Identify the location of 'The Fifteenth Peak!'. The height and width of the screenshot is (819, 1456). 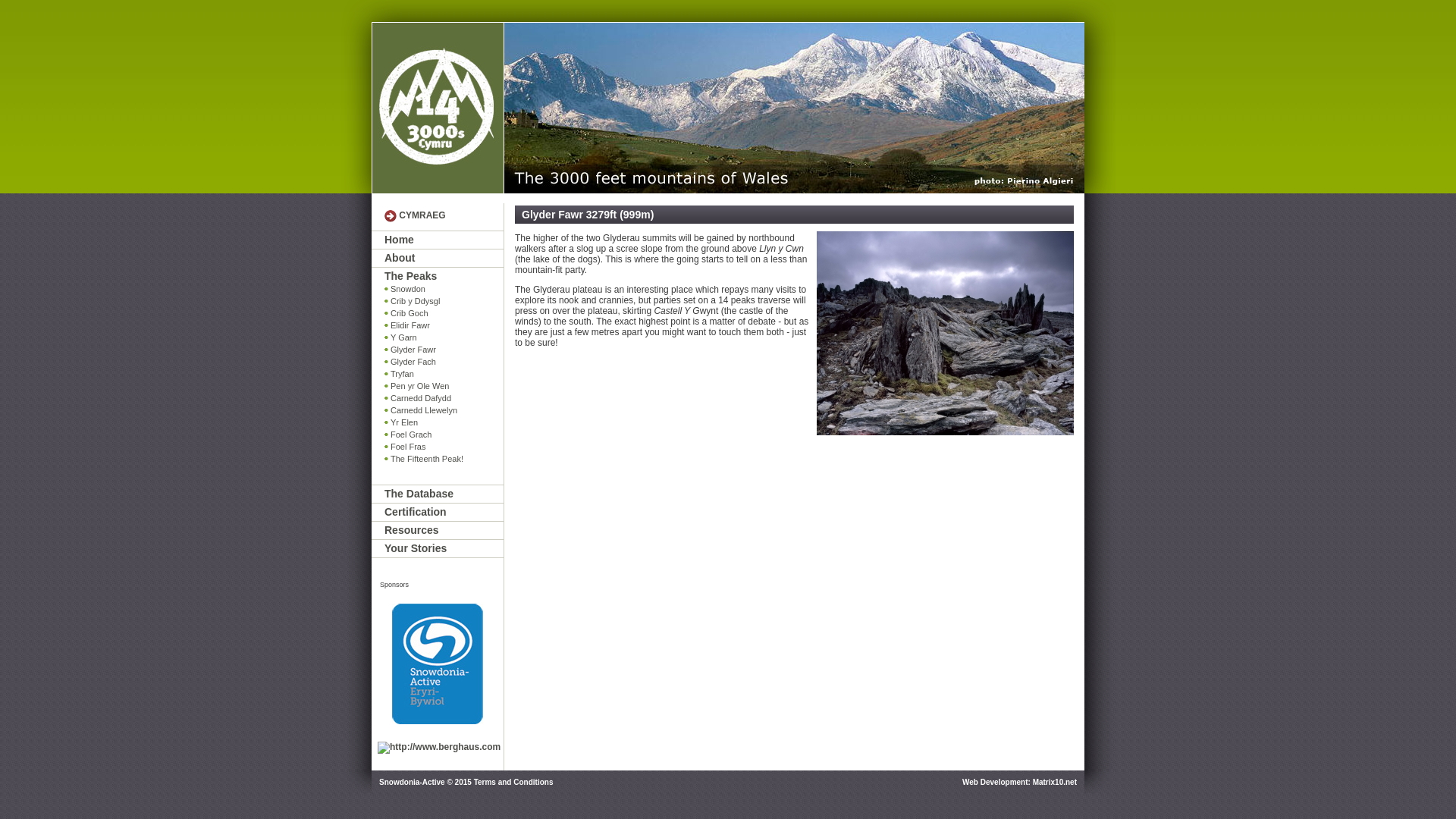
(443, 458).